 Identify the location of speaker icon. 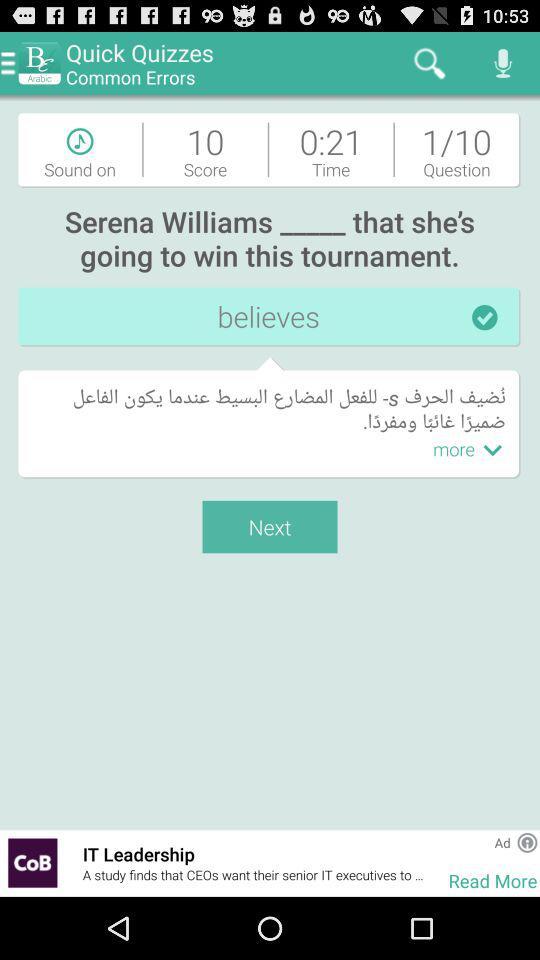
(502, 63).